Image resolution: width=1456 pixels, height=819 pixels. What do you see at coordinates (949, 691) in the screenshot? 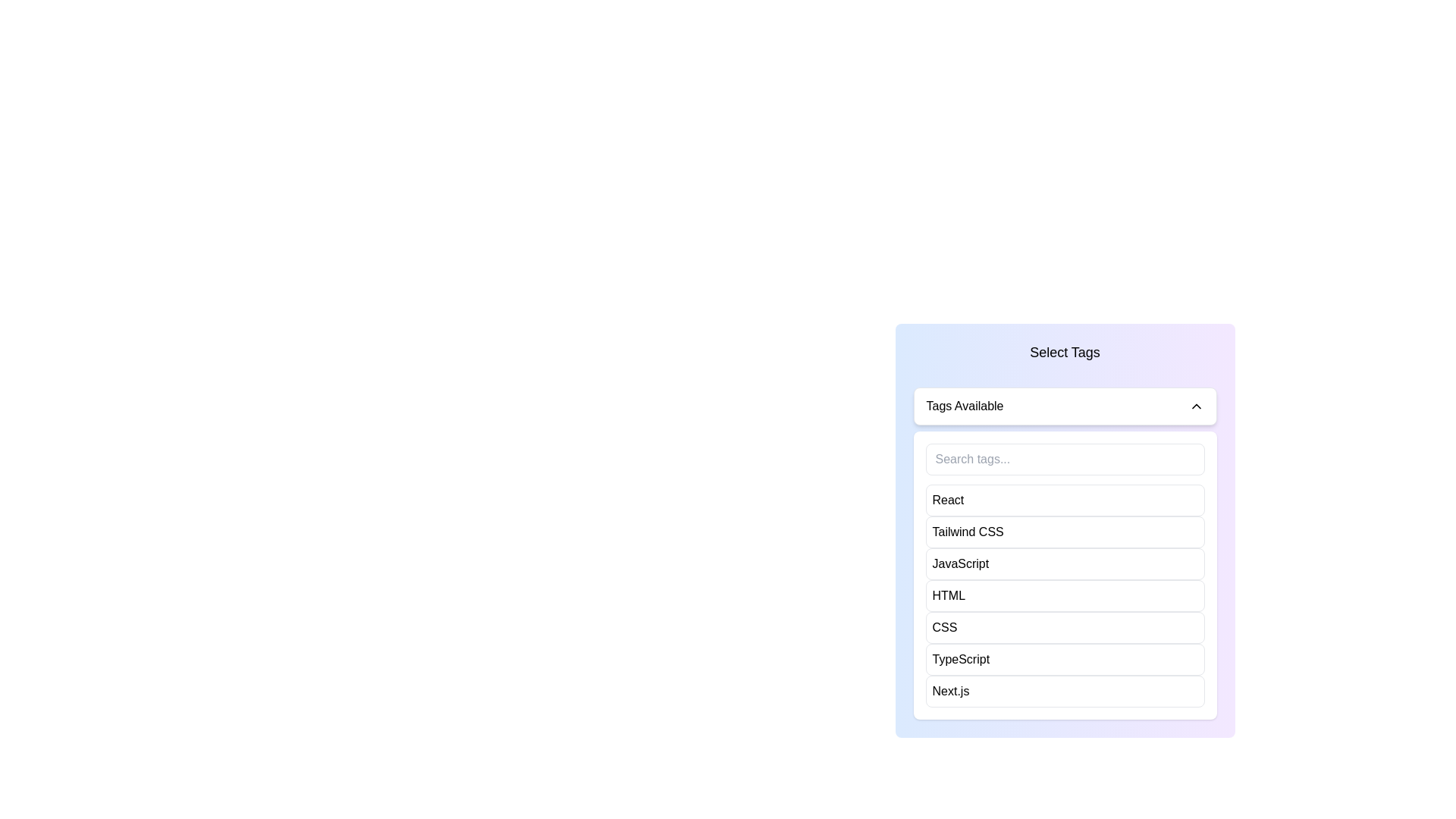
I see `the 'Next.js' text label, which is a plain black text item located at the bottom of a vertical list inside a dropdown interface` at bounding box center [949, 691].